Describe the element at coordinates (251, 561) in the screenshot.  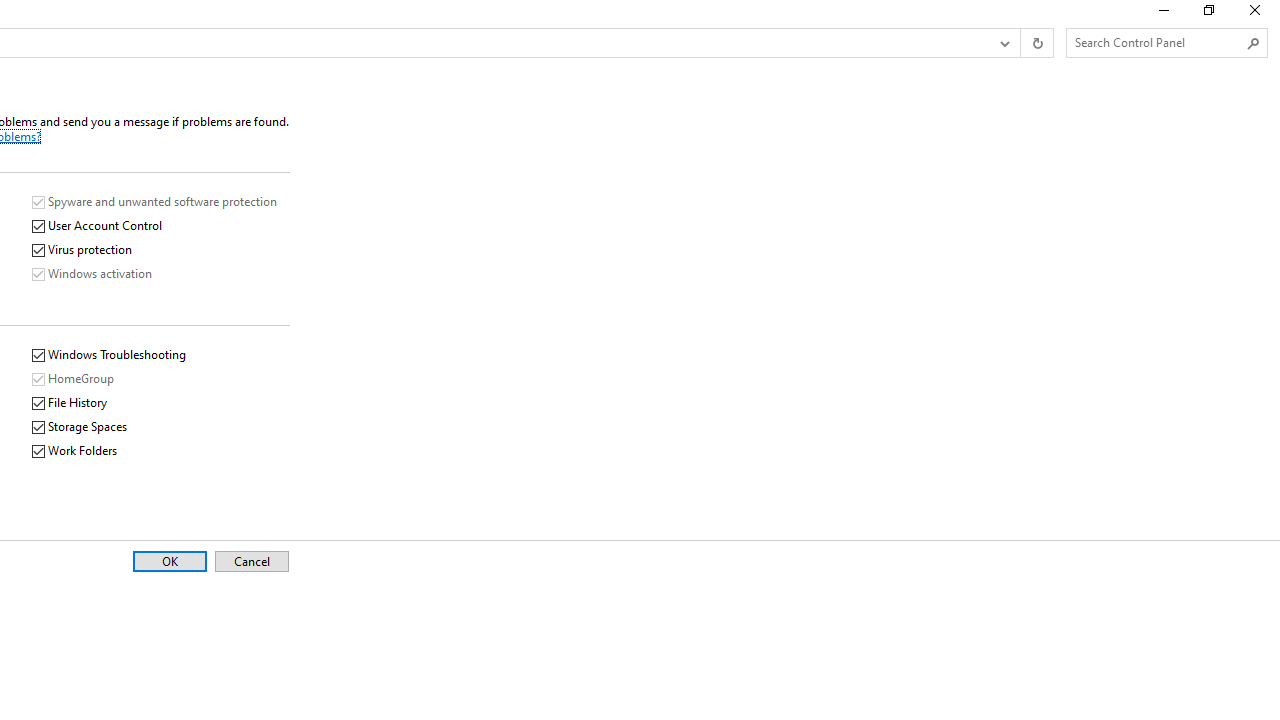
I see `'Cancel'` at that location.